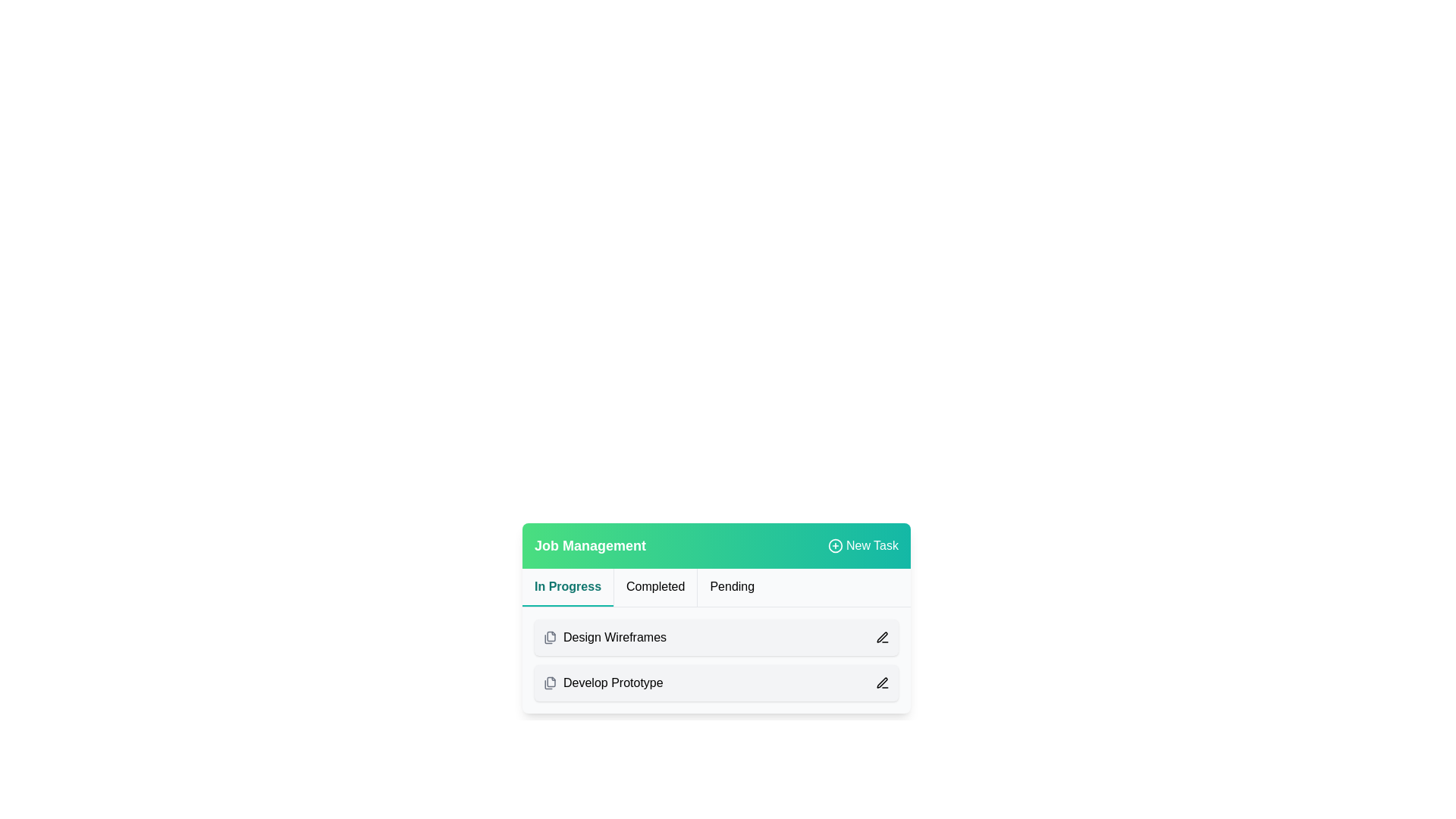 Image resolution: width=1456 pixels, height=819 pixels. What do you see at coordinates (613, 683) in the screenshot?
I see `the text label indicating the task 'Develop Prototype' located in the task management system under the 'In Progress' category, positioned below 'Design Wireframes'` at bounding box center [613, 683].